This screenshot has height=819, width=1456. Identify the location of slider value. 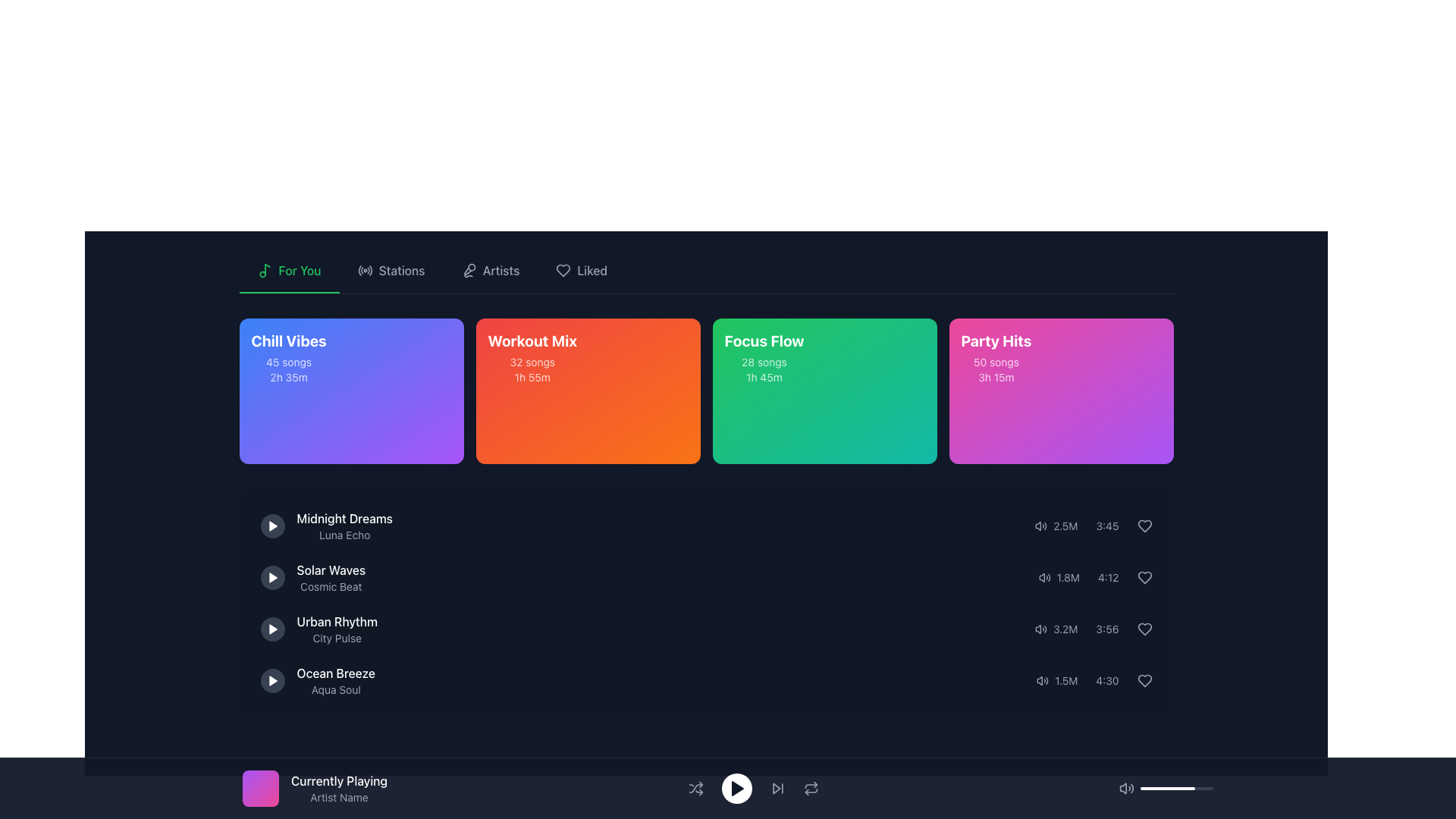
(1142, 788).